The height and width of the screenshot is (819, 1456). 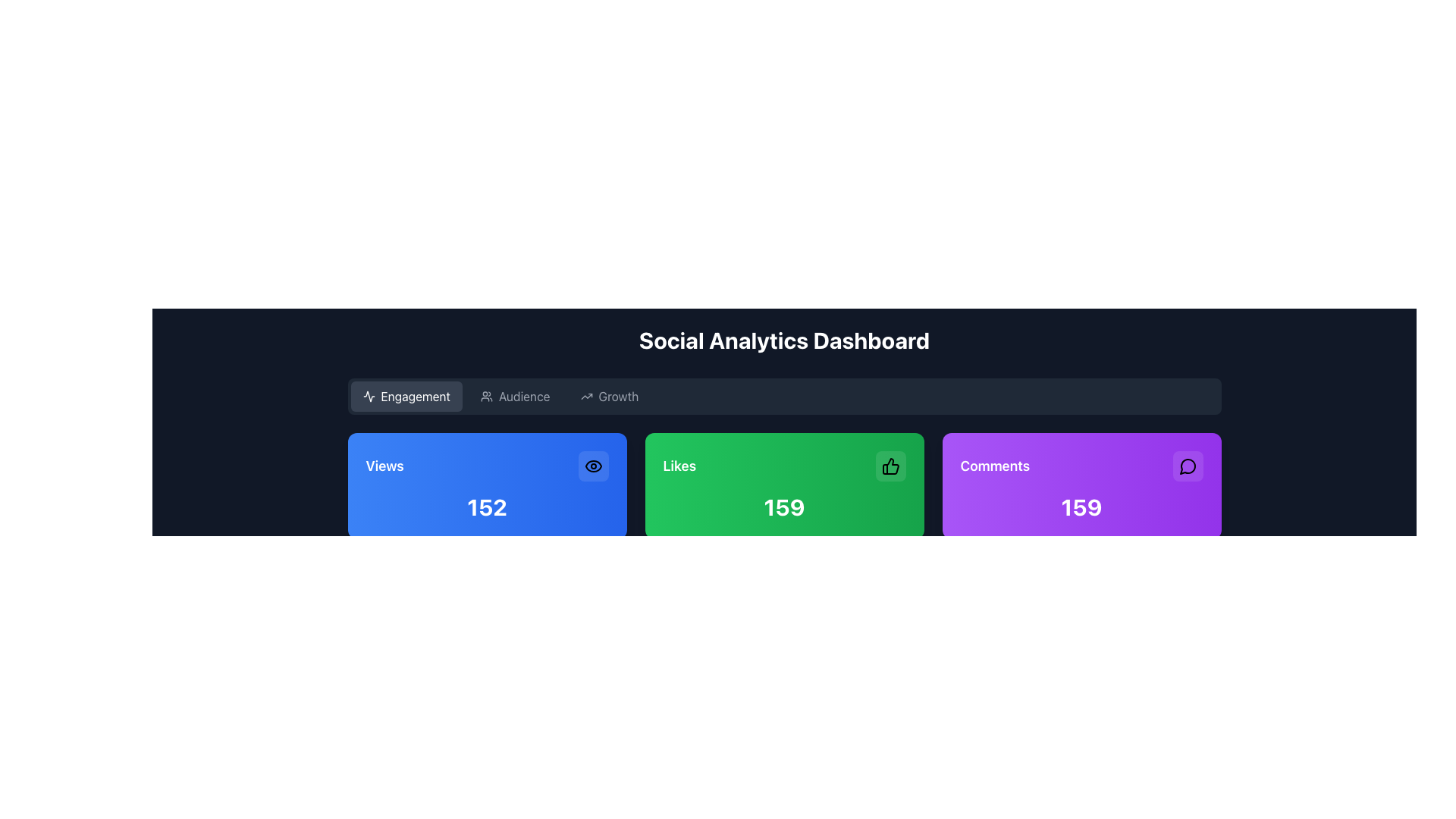 I want to click on to reorder the tabs in the navigation bar located below the title 'Social Analytics Dashboard', so click(x=784, y=396).